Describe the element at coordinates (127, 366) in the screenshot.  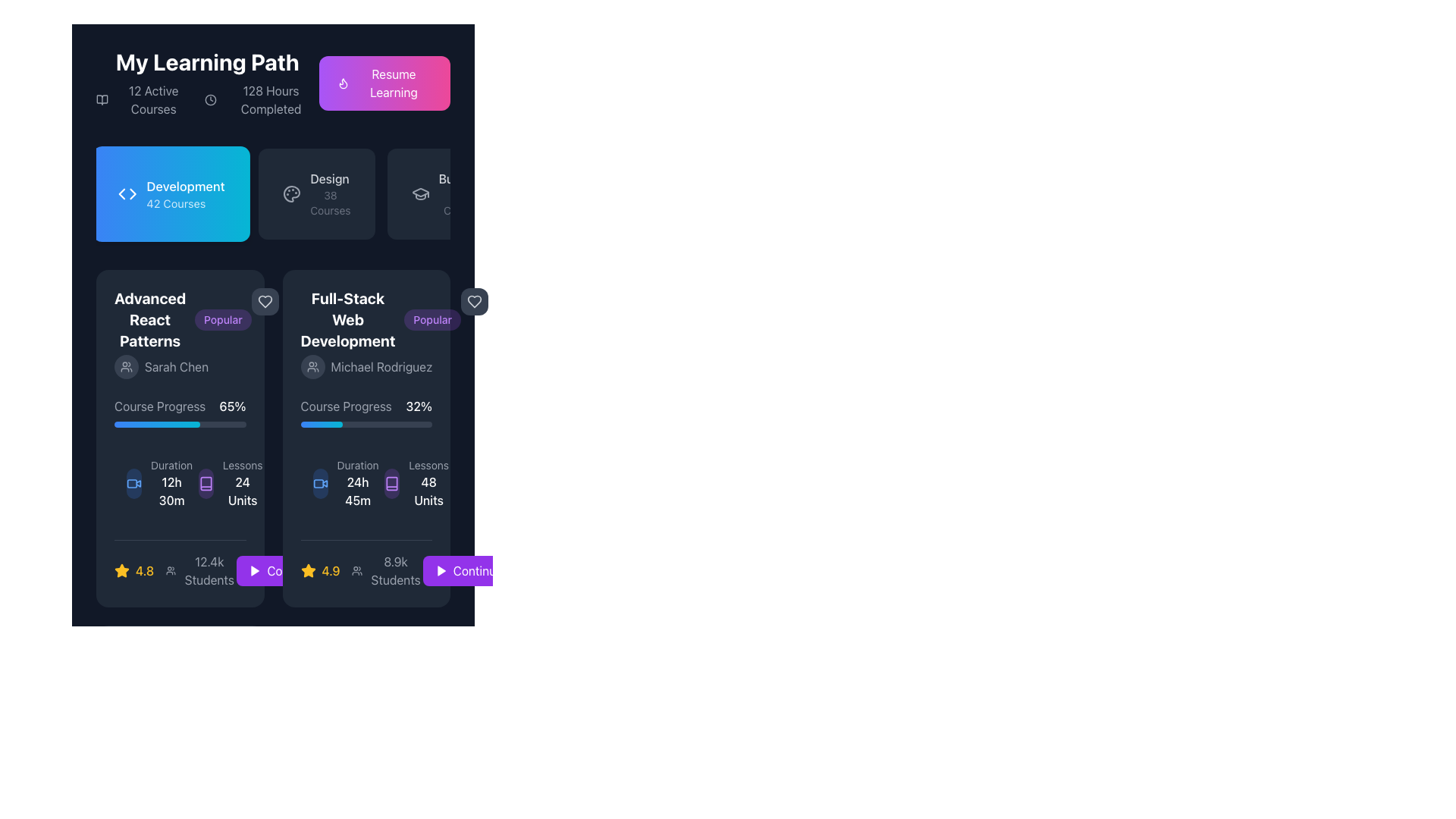
I see `the circular icon or avatar indicator with a dark gray background that features a user or group silhouette, located to the left of the text 'Sarah Chen'` at that location.